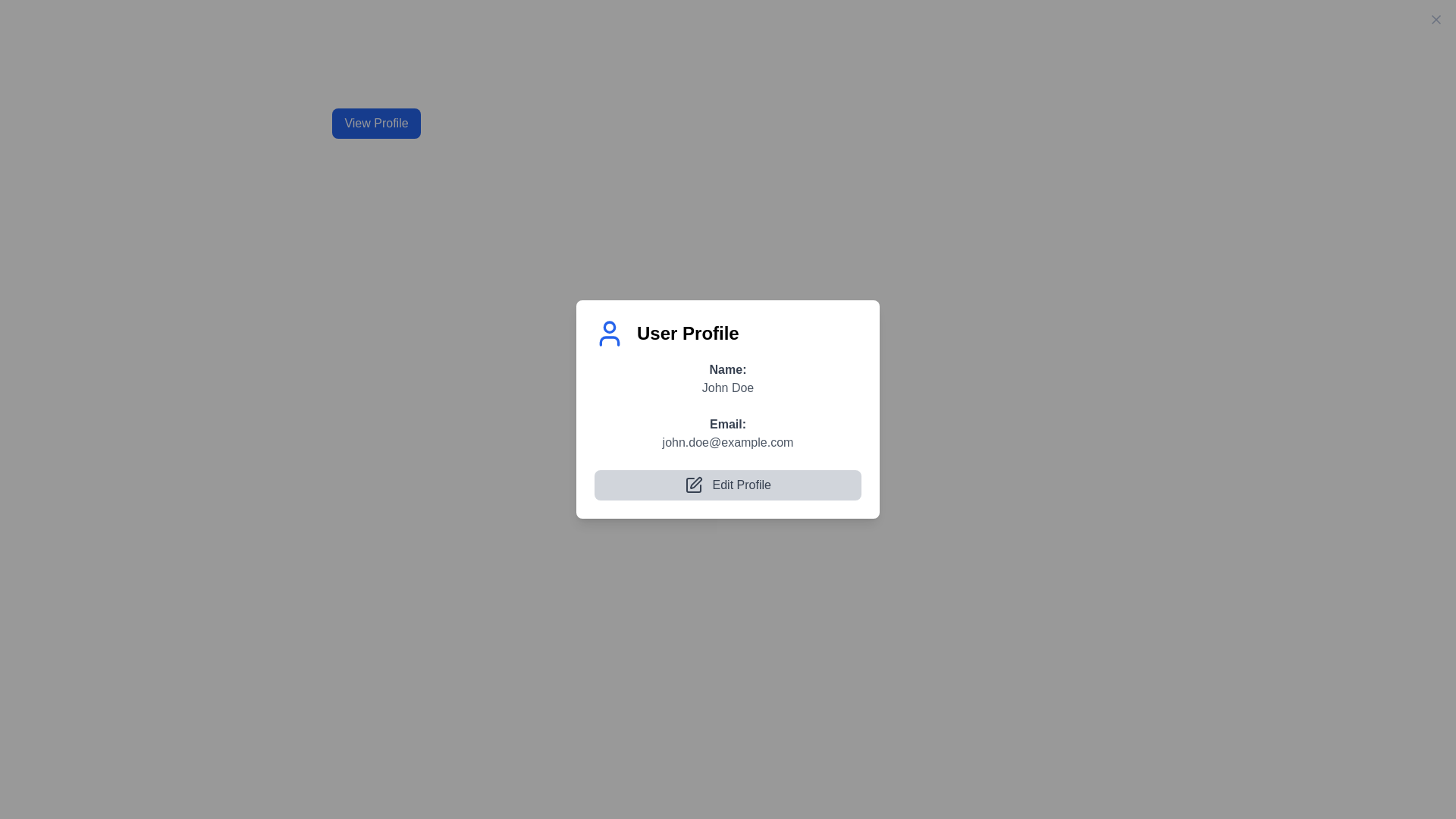 The height and width of the screenshot is (819, 1456). What do you see at coordinates (728, 441) in the screenshot?
I see `the label displaying the user's email address within the 'User Profile' card, located below the 'Email:' label` at bounding box center [728, 441].